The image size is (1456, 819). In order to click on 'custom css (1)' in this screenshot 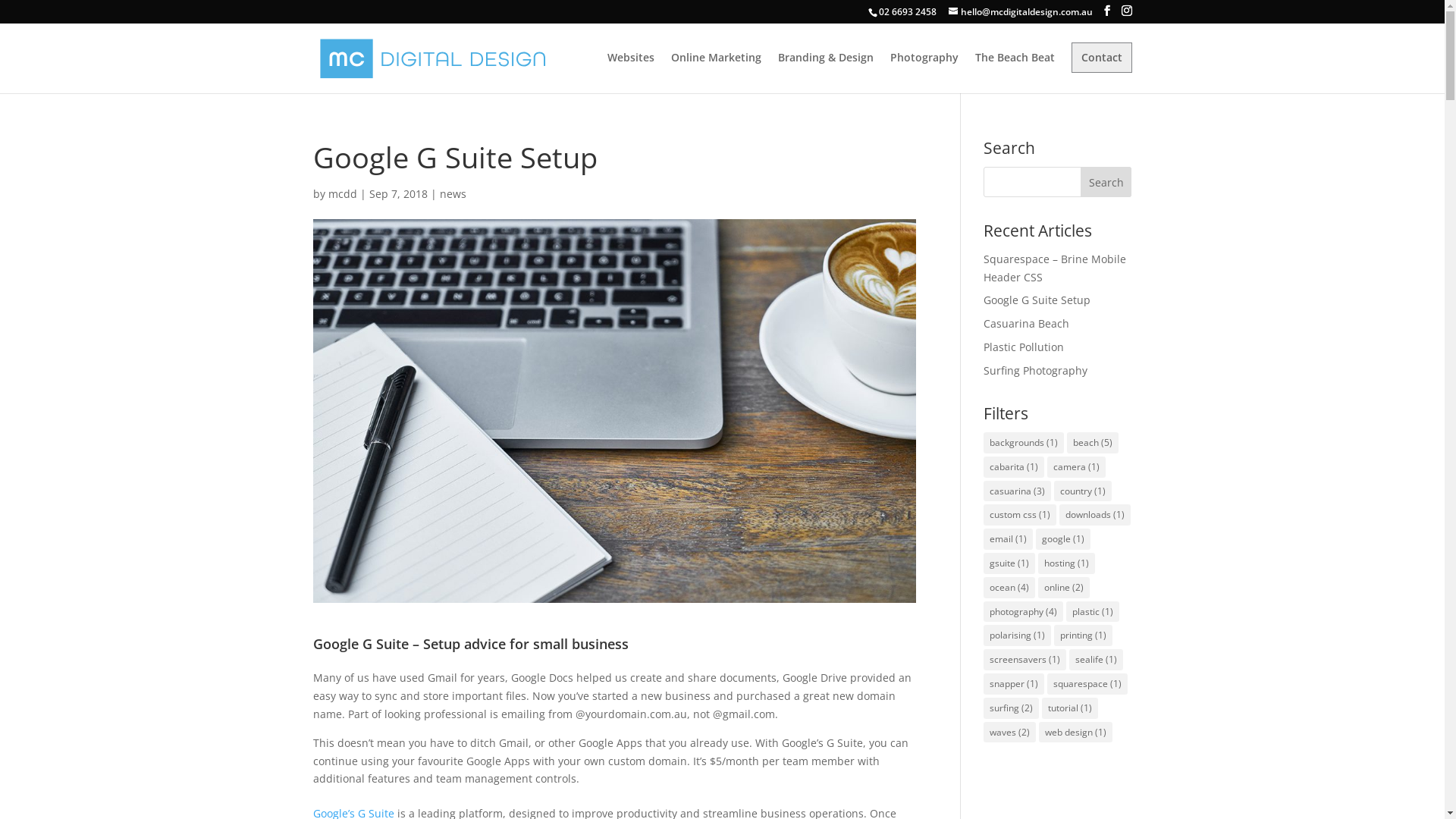, I will do `click(1019, 513)`.